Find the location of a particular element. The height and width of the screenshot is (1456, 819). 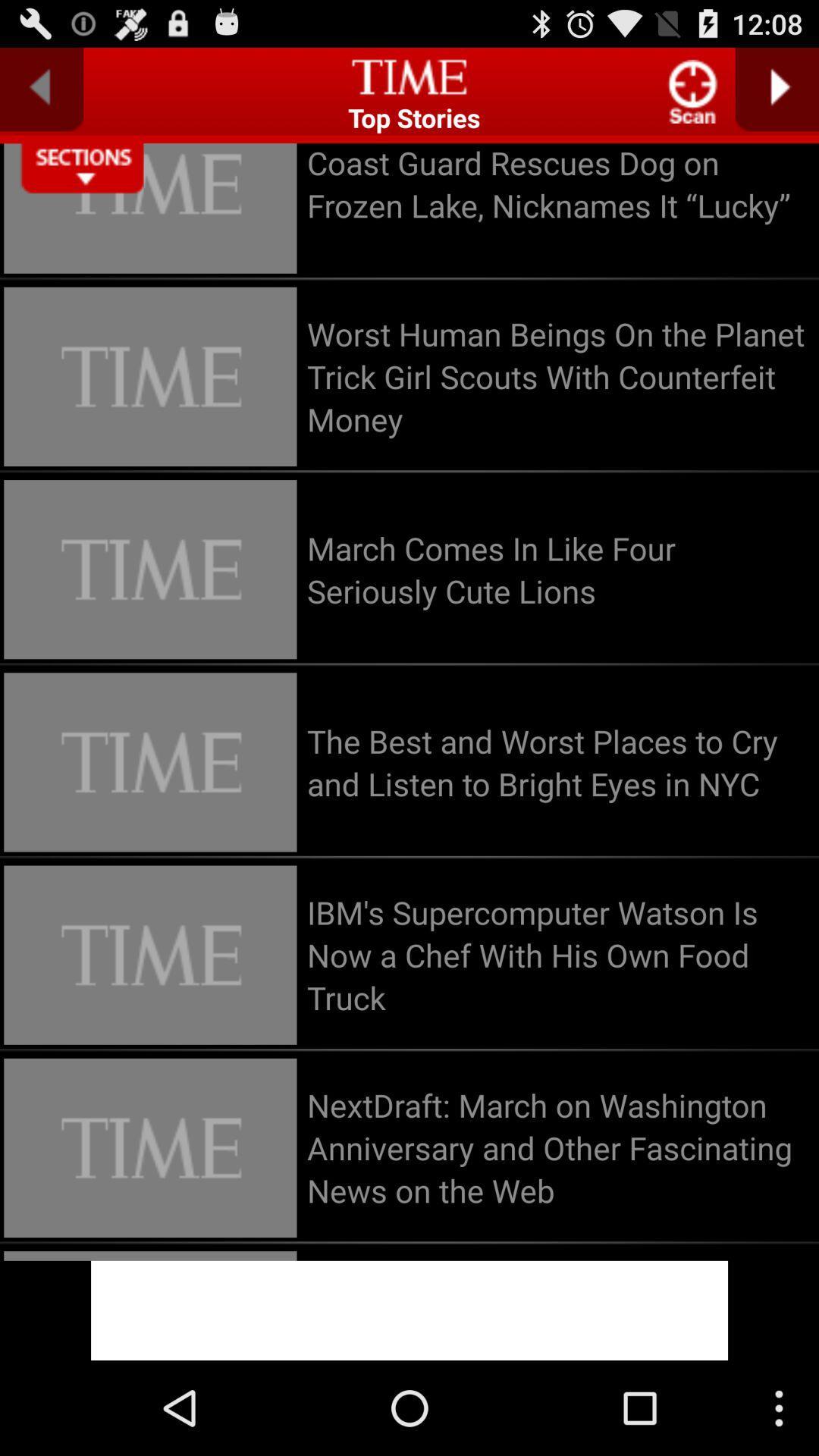

next page is located at coordinates (777, 89).